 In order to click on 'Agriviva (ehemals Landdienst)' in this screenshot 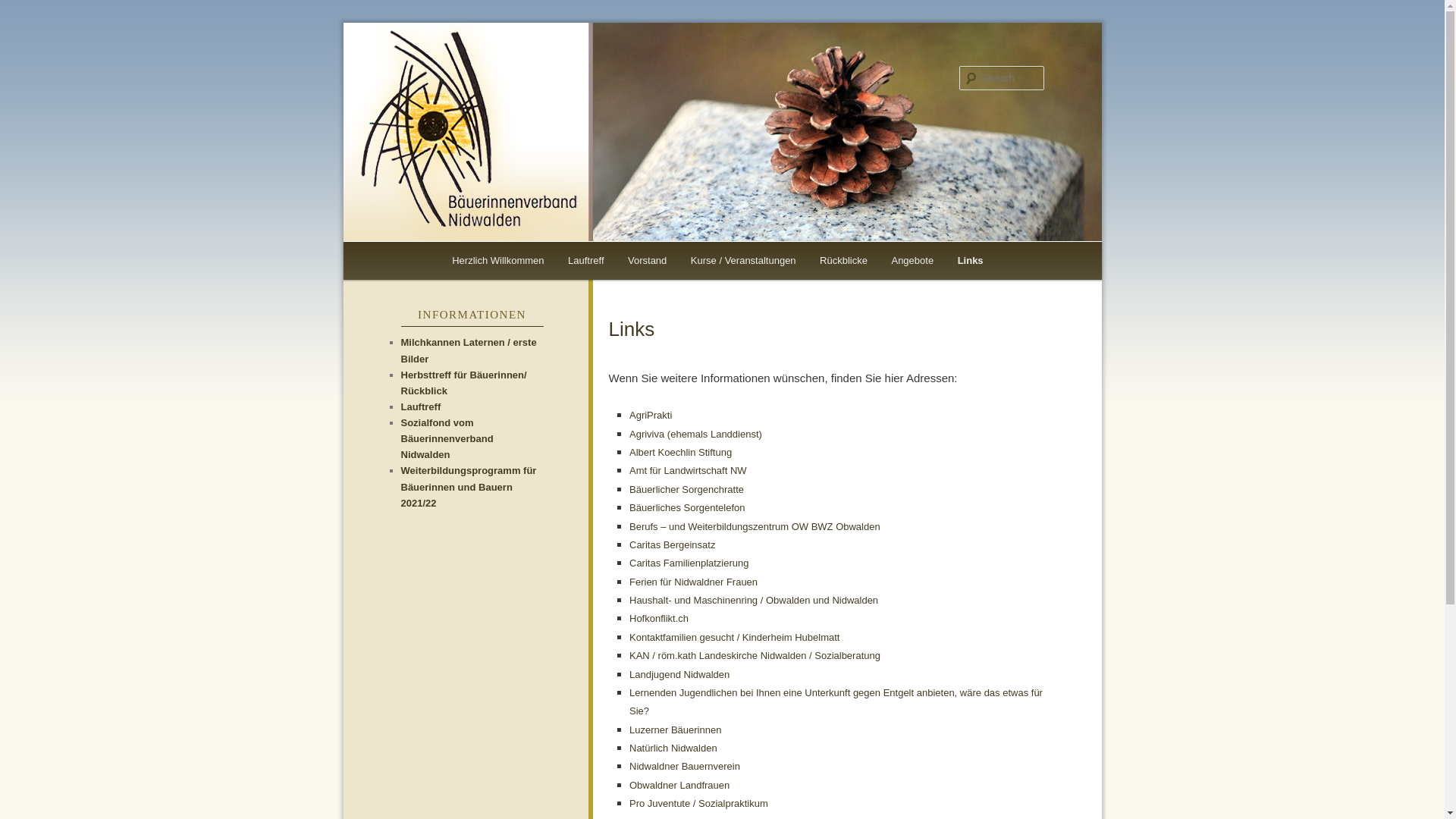, I will do `click(695, 434)`.